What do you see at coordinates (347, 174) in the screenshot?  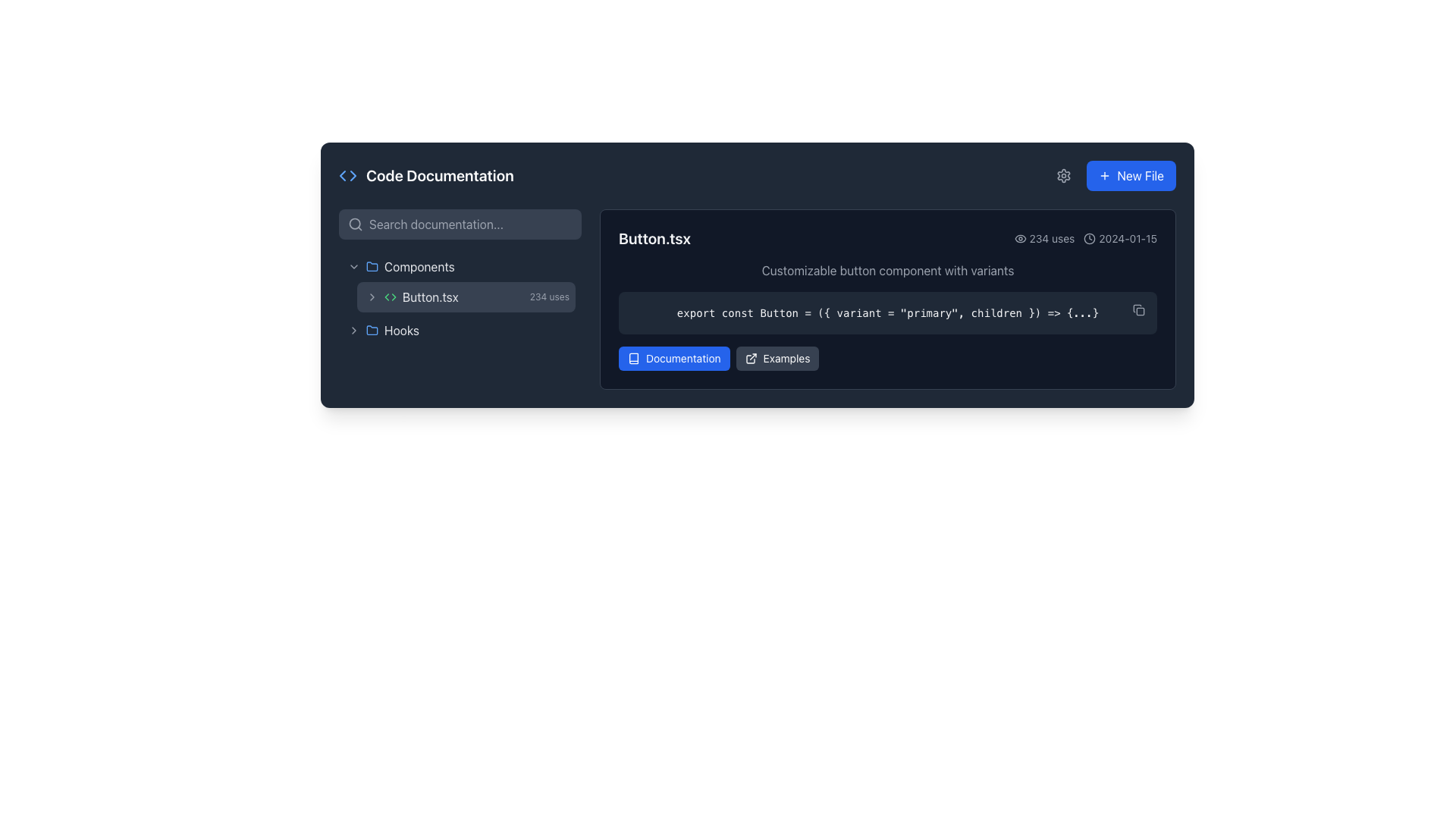 I see `the blue icon resembling coding brackets, which is located to the left of the 'Code Documentation' text label` at bounding box center [347, 174].